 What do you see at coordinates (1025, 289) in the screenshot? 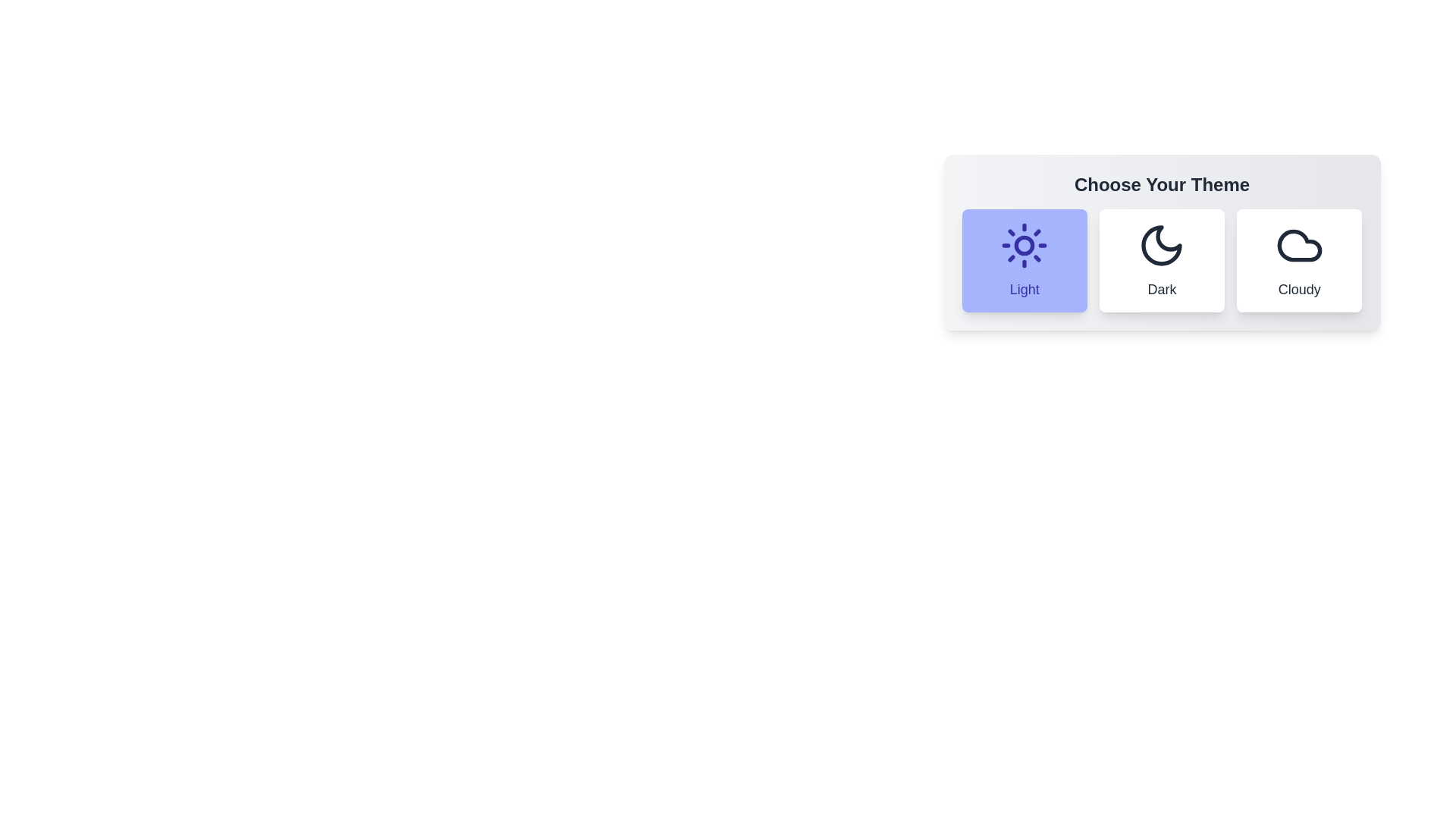
I see `text label displaying 'Light', which is styled with a medium-sized font and located under a sun icon in the themed card for 'Light'` at bounding box center [1025, 289].